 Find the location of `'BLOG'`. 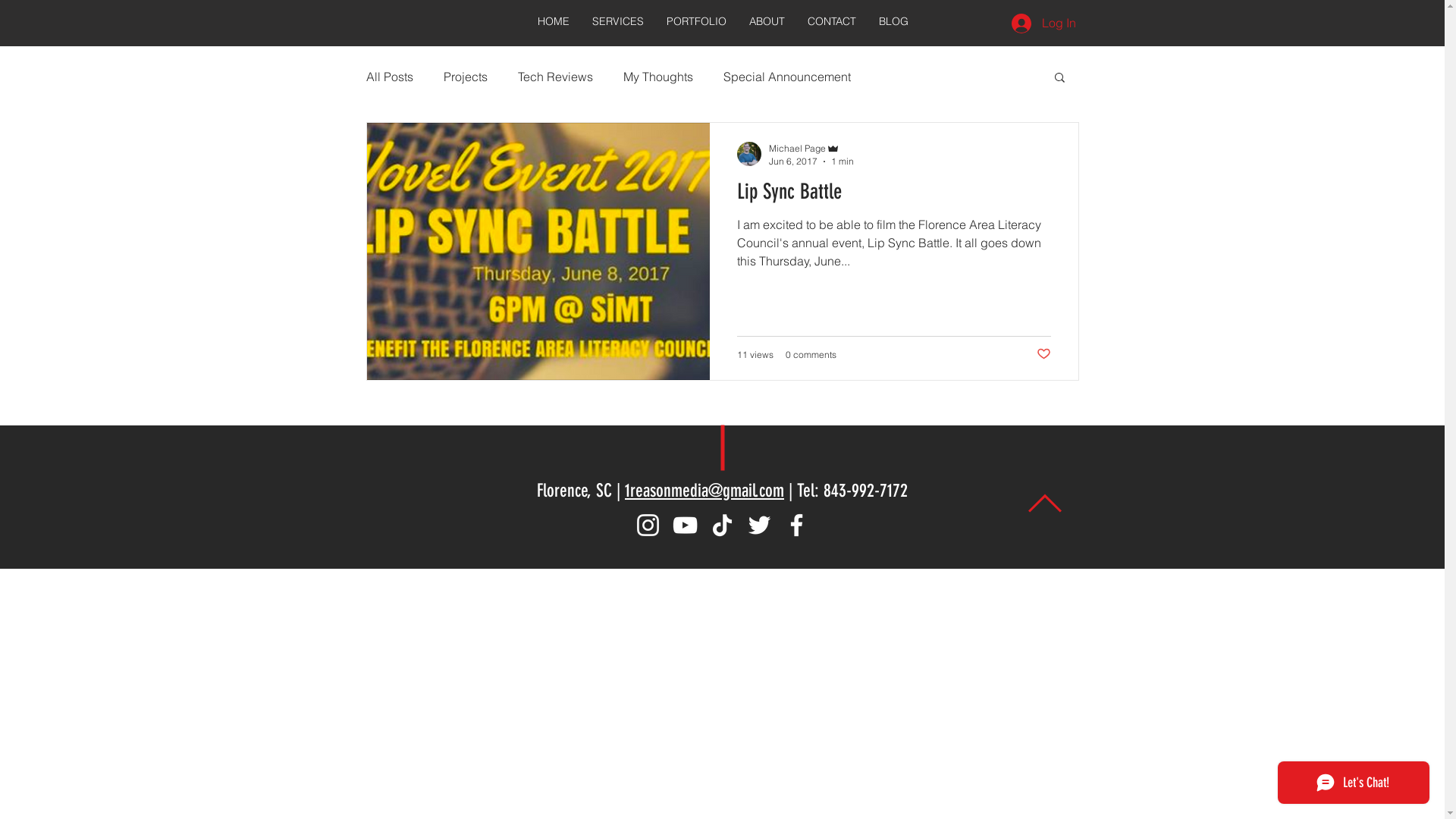

'BLOG' is located at coordinates (867, 21).